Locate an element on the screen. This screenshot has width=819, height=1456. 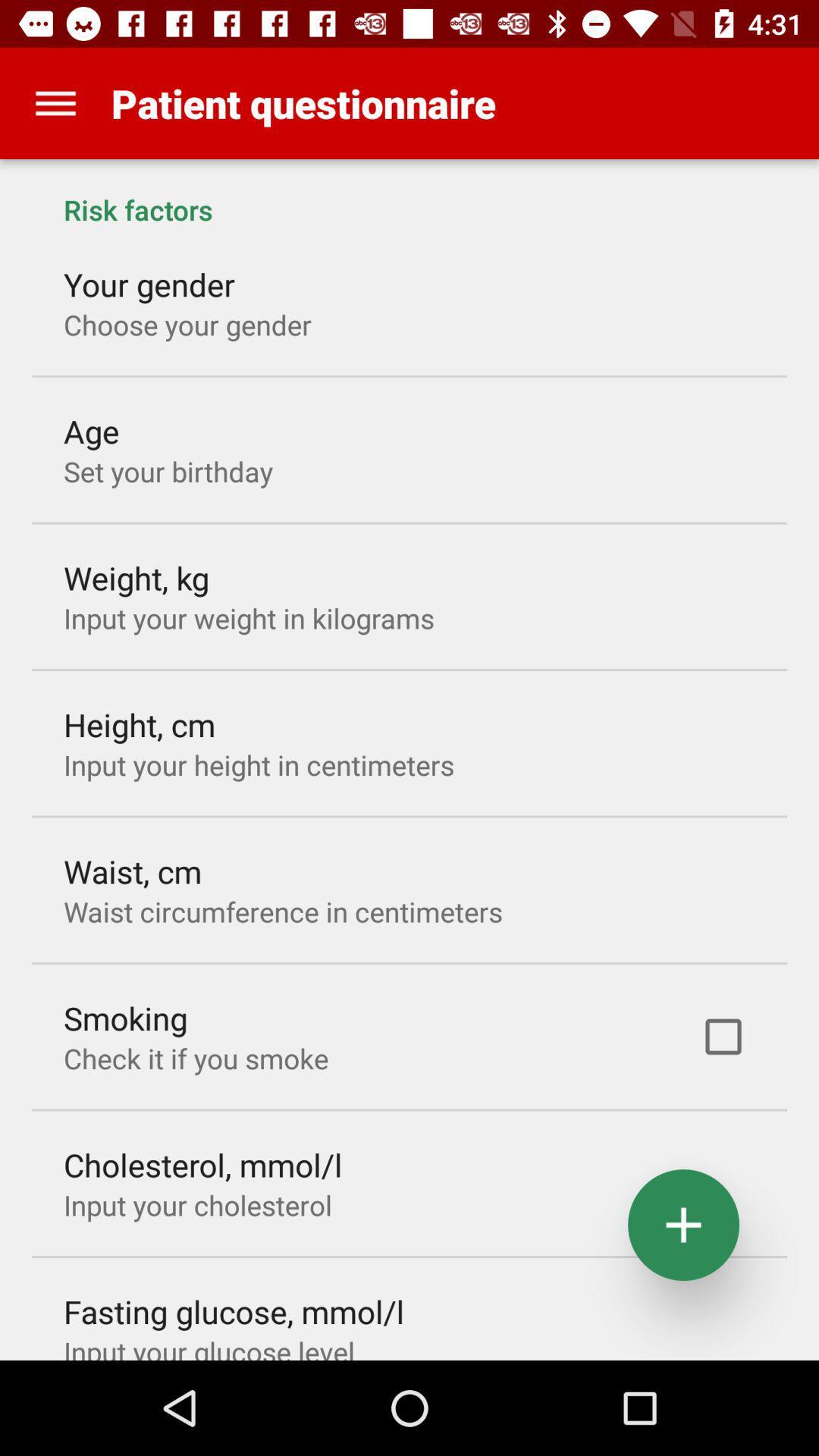
icon below age item is located at coordinates (168, 470).